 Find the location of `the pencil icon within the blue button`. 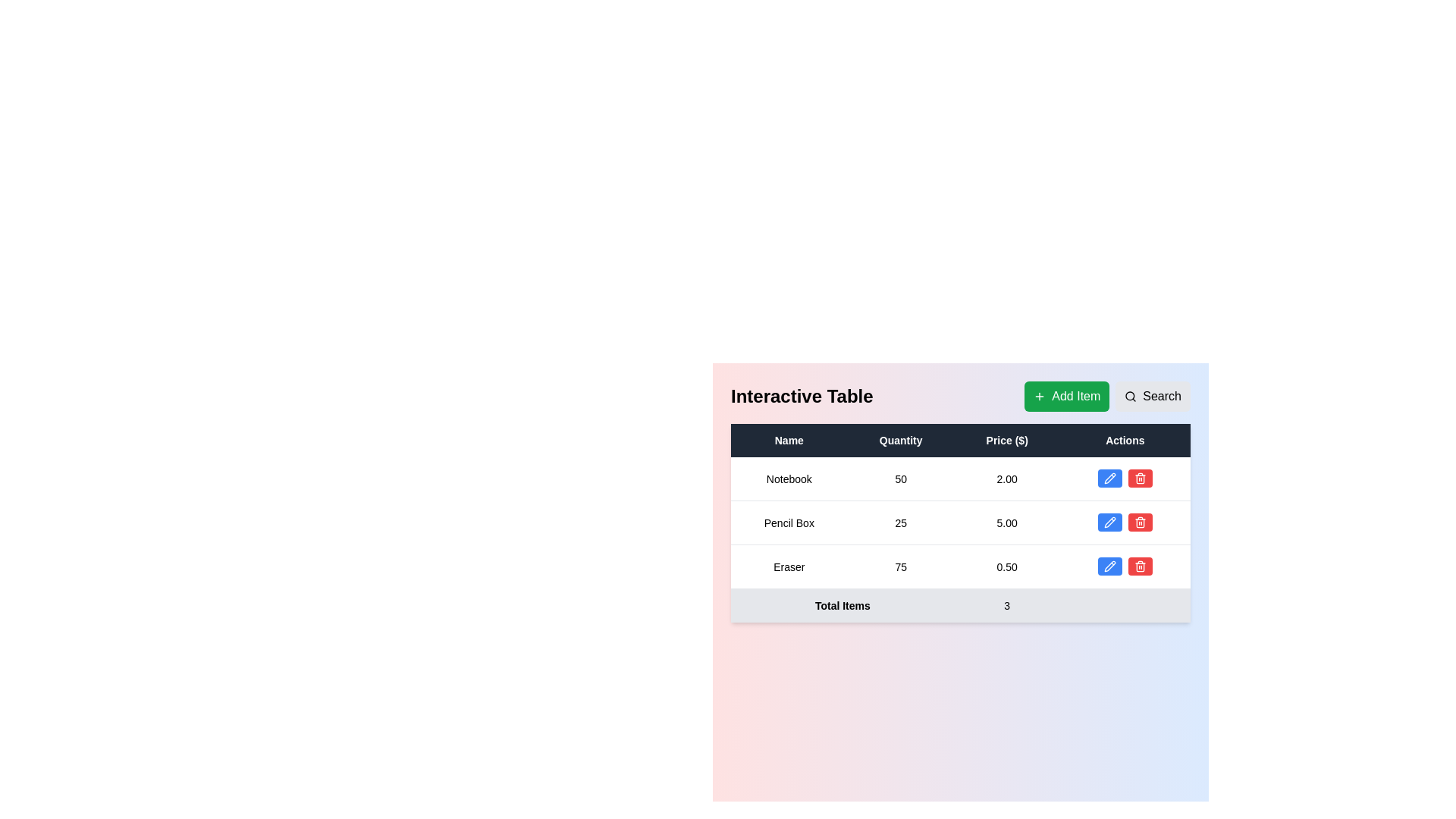

the pencil icon within the blue button is located at coordinates (1109, 522).